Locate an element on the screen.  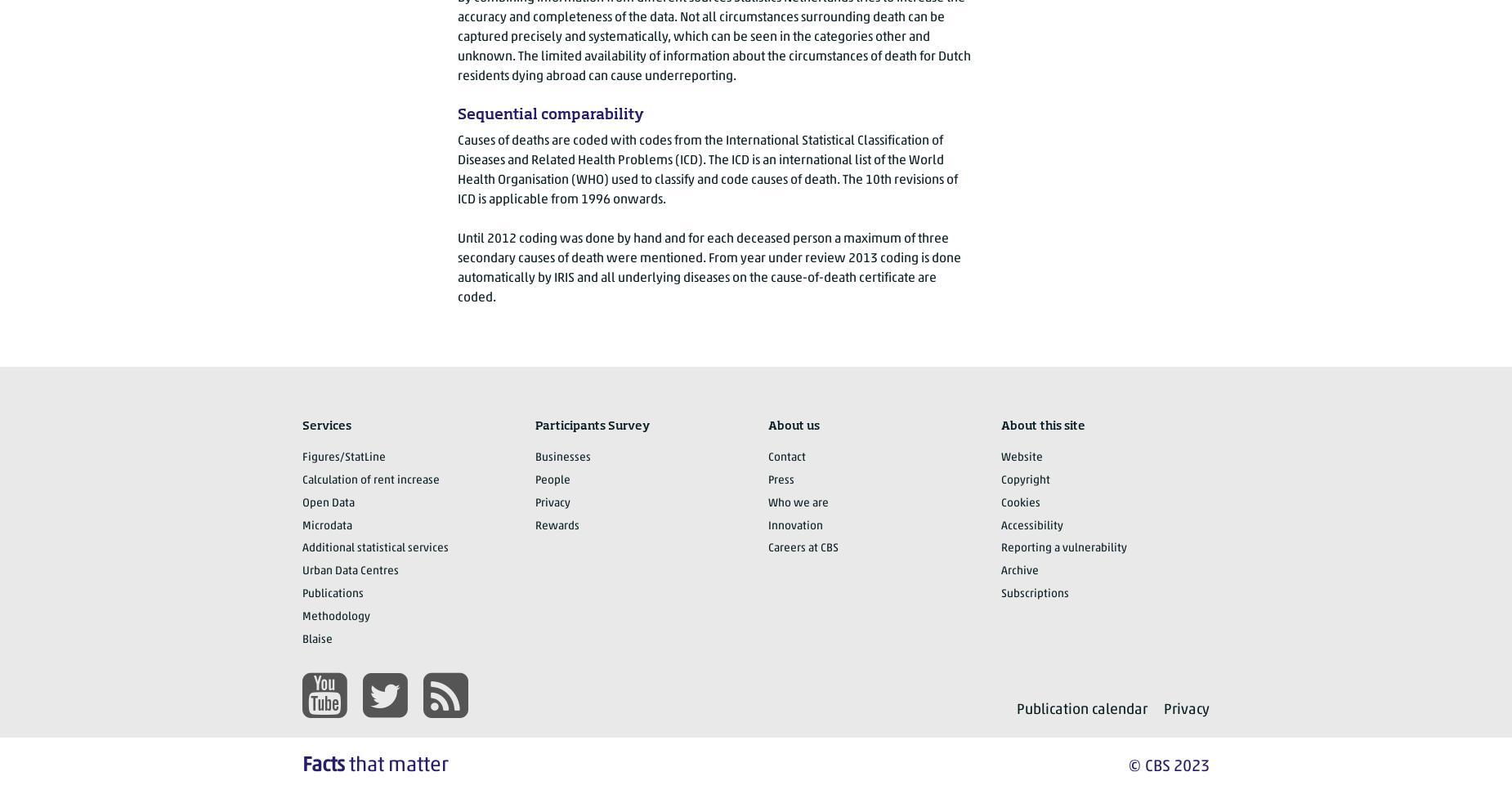
'About this site' is located at coordinates (1000, 426).